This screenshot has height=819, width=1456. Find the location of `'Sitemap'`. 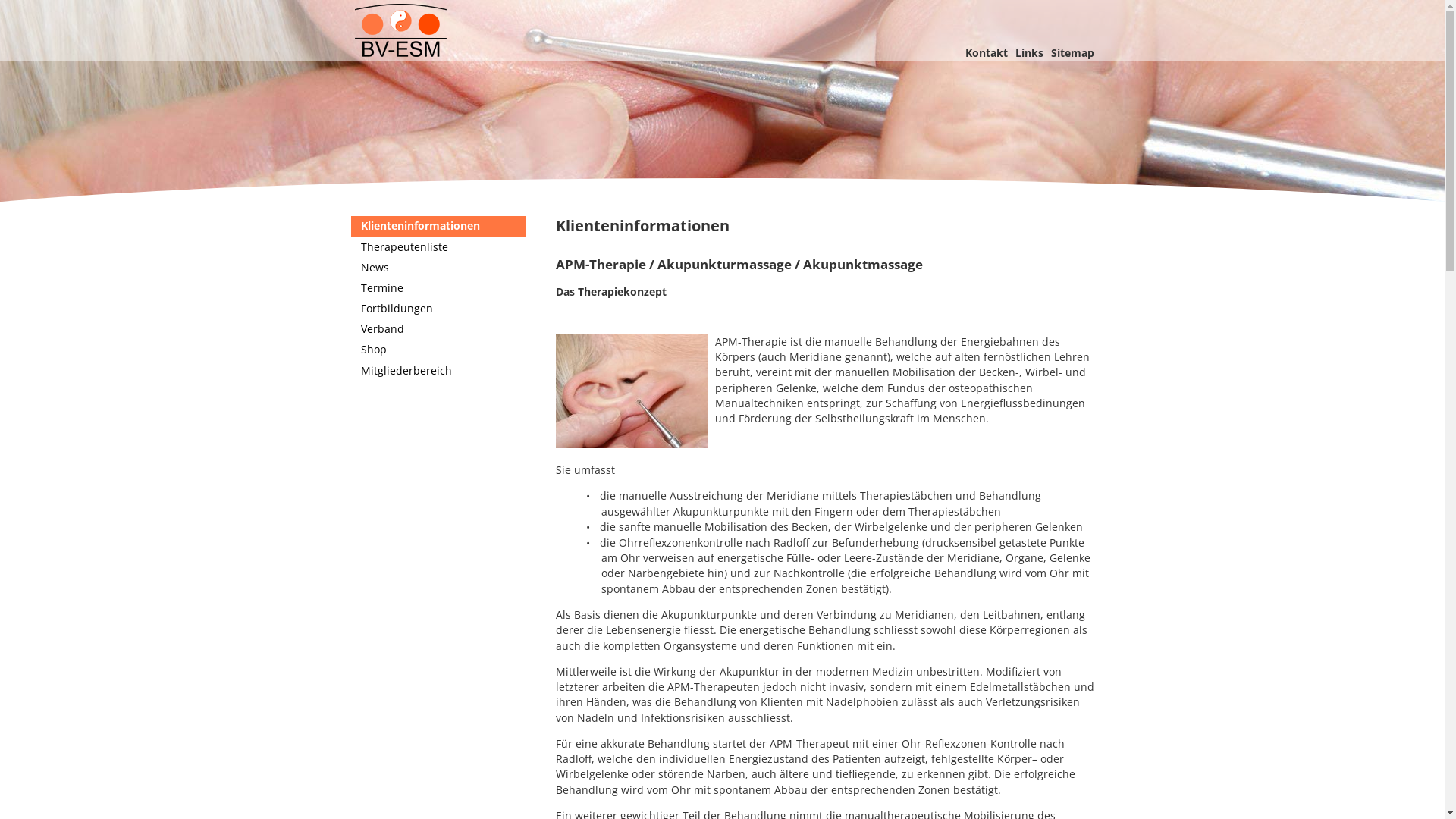

'Sitemap' is located at coordinates (1072, 52).